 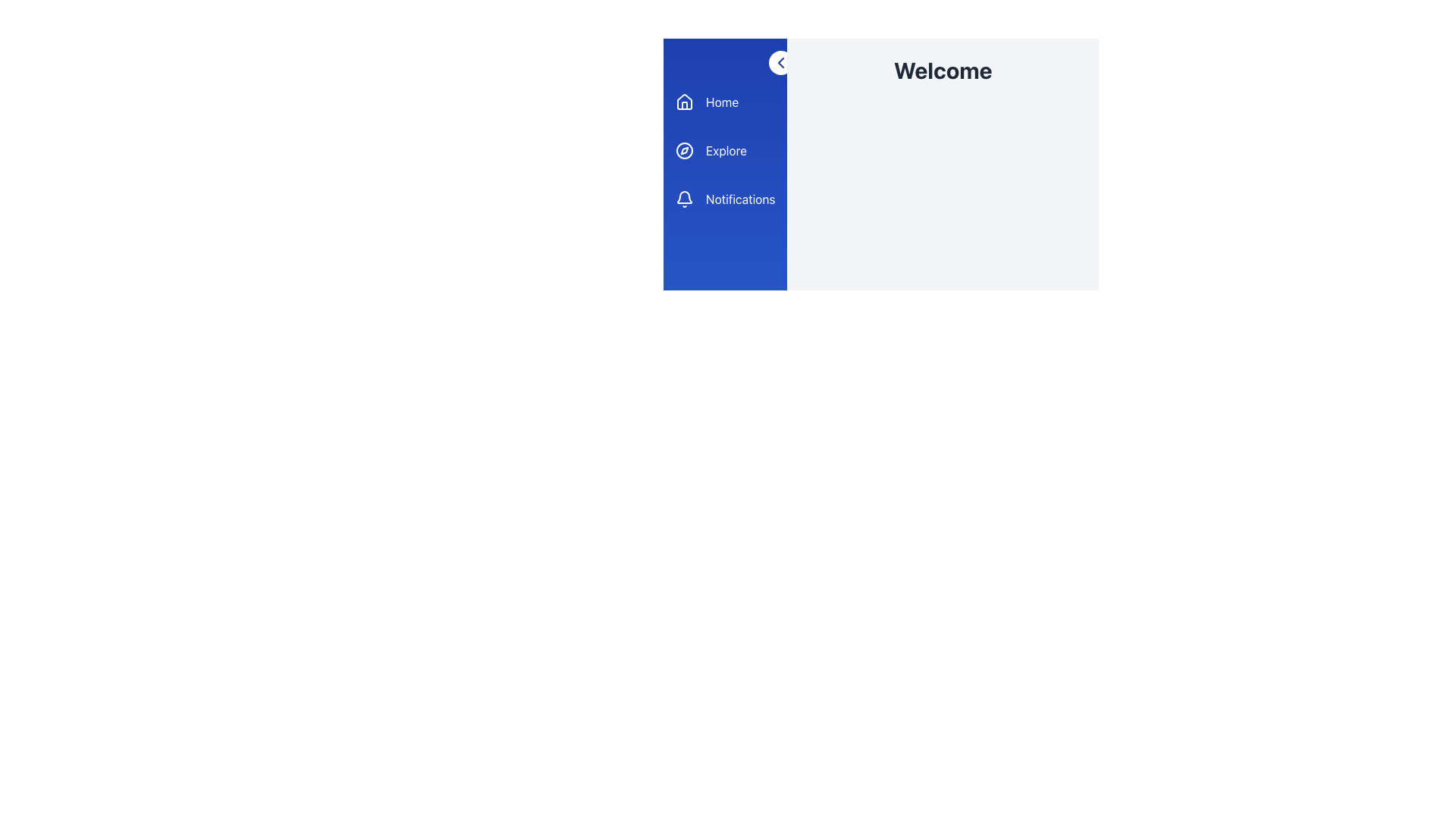 What do you see at coordinates (726, 151) in the screenshot?
I see `the 'Explore' label in the vertical navigation menu located on the left side of the interface, positioned between 'Home' and 'Notifications'` at bounding box center [726, 151].